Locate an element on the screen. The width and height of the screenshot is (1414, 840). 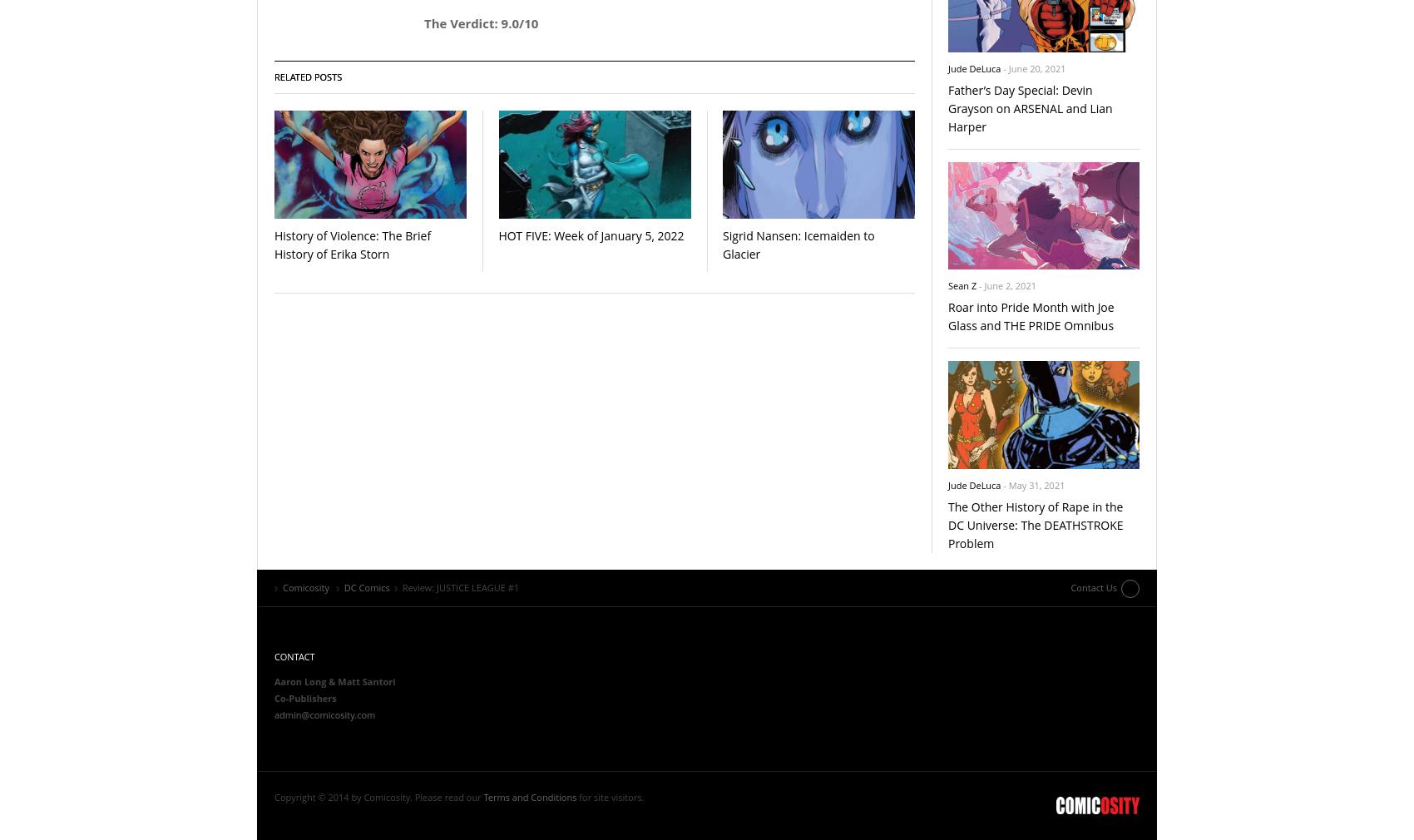
'Roar into Pride Month with Joe Glass and THE PRIDE Omnibus' is located at coordinates (1030, 316).